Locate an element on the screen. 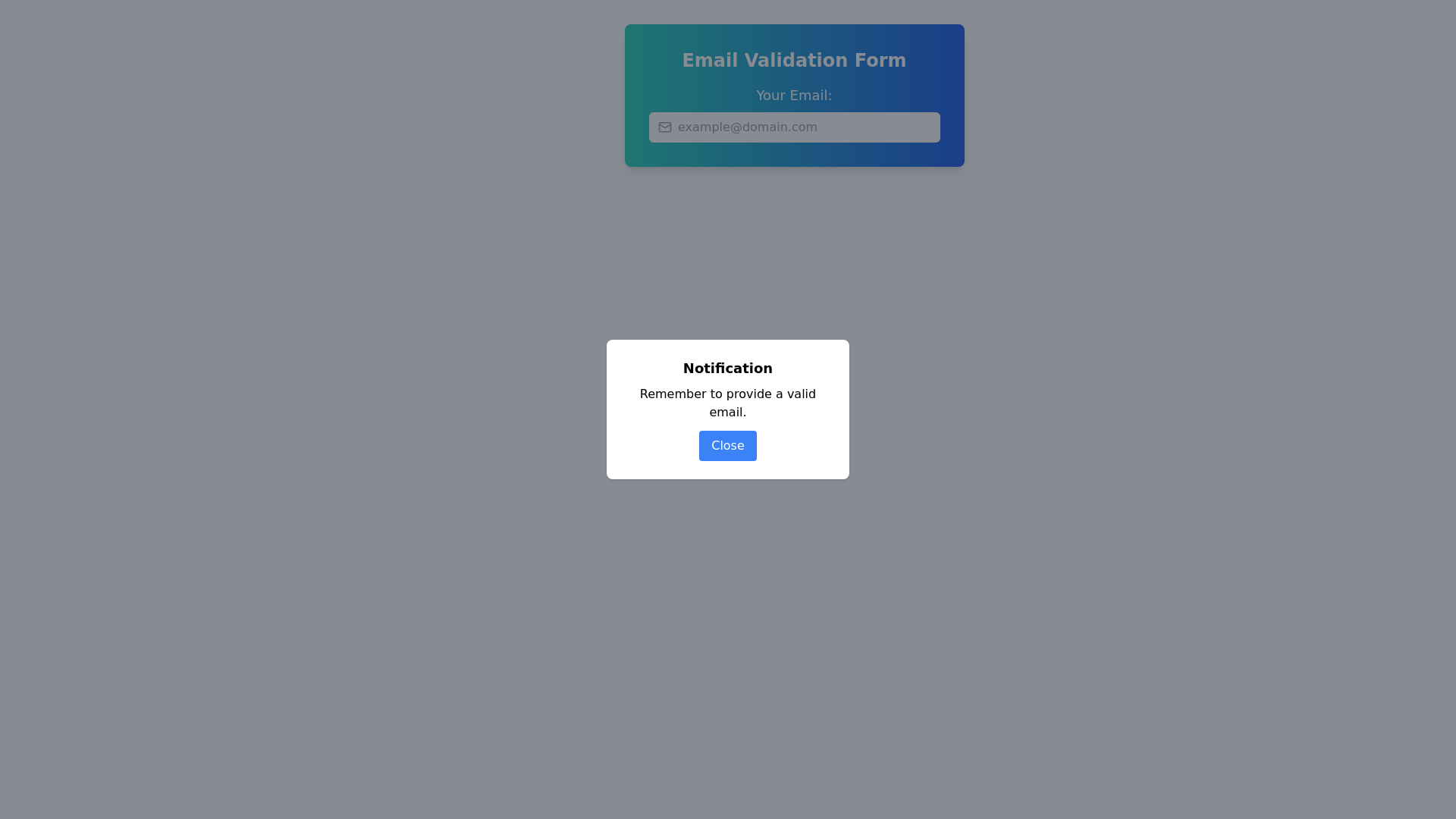  the static text label displaying 'Your Email:' which is positioned at the top of the interface within the 'Email Validation Form' section is located at coordinates (793, 96).